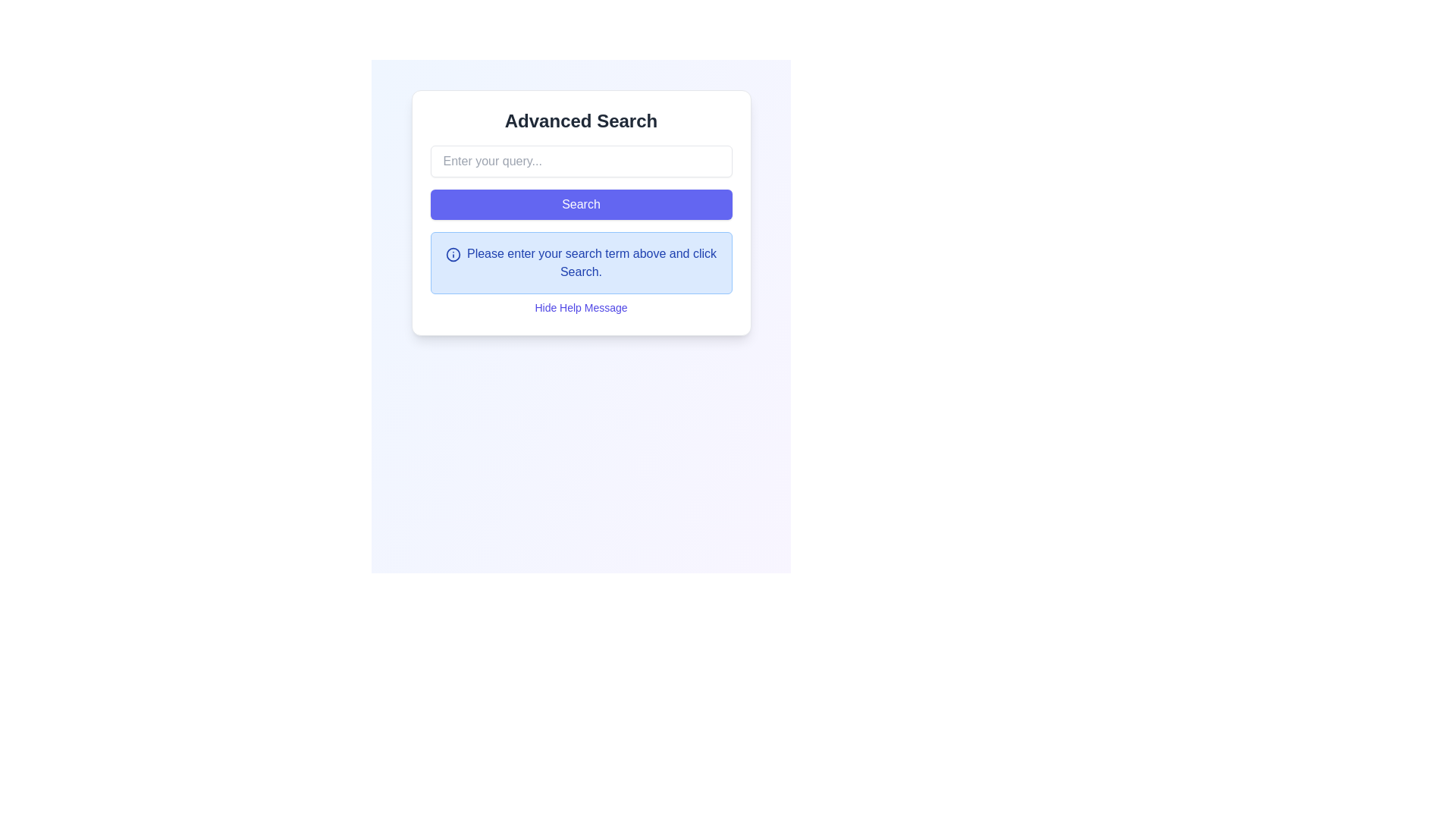 The height and width of the screenshot is (819, 1456). Describe the element at coordinates (580, 213) in the screenshot. I see `the 'Search' button located under the title 'Advanced Search' to initiate a search based on the input query` at that location.